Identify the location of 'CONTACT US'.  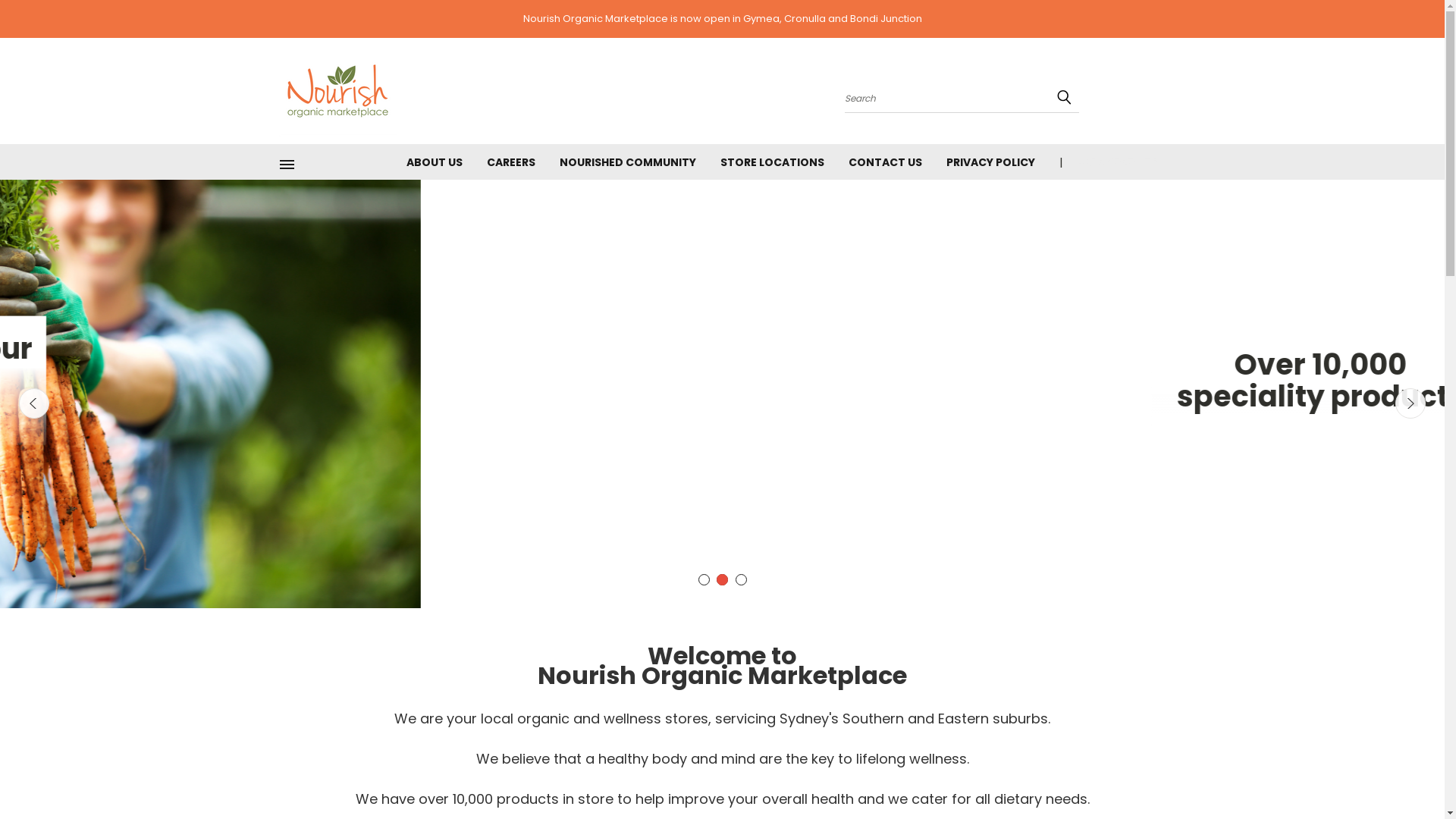
(884, 161).